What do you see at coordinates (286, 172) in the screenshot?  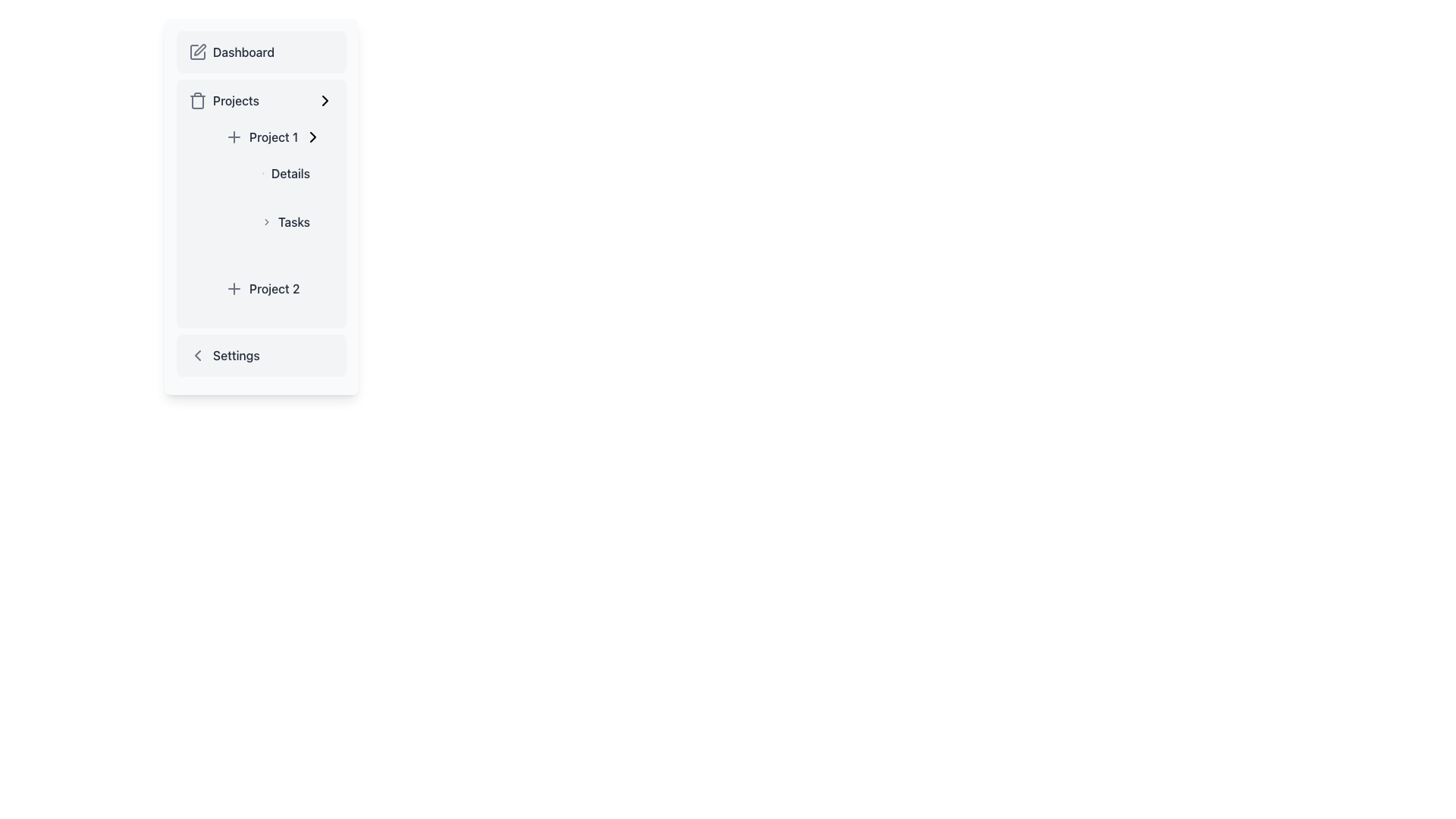 I see `the first list item under the 'Project 1' section in the sidebar menu` at bounding box center [286, 172].